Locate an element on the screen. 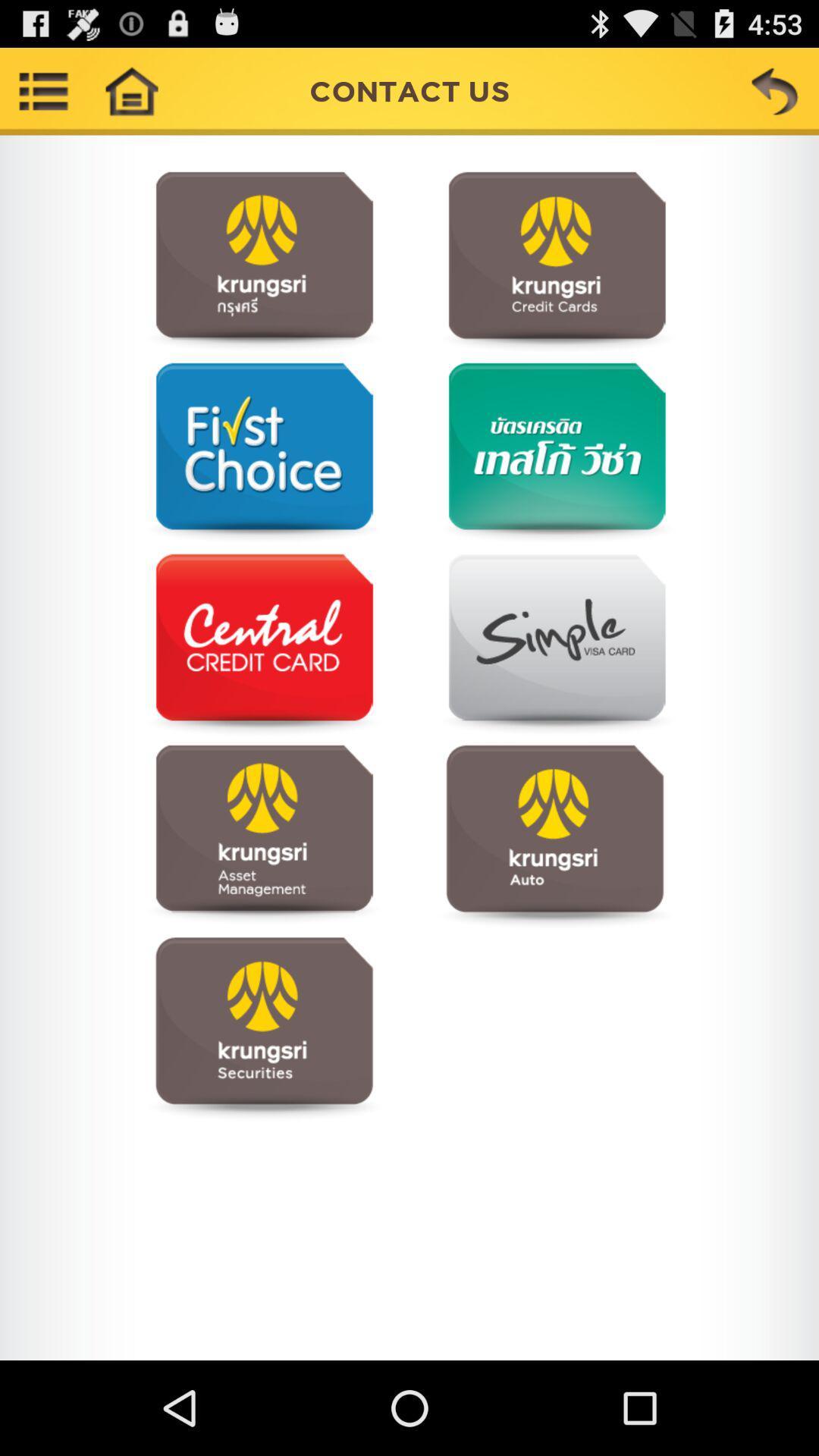 The image size is (819, 1456). select contact option is located at coordinates (263, 835).